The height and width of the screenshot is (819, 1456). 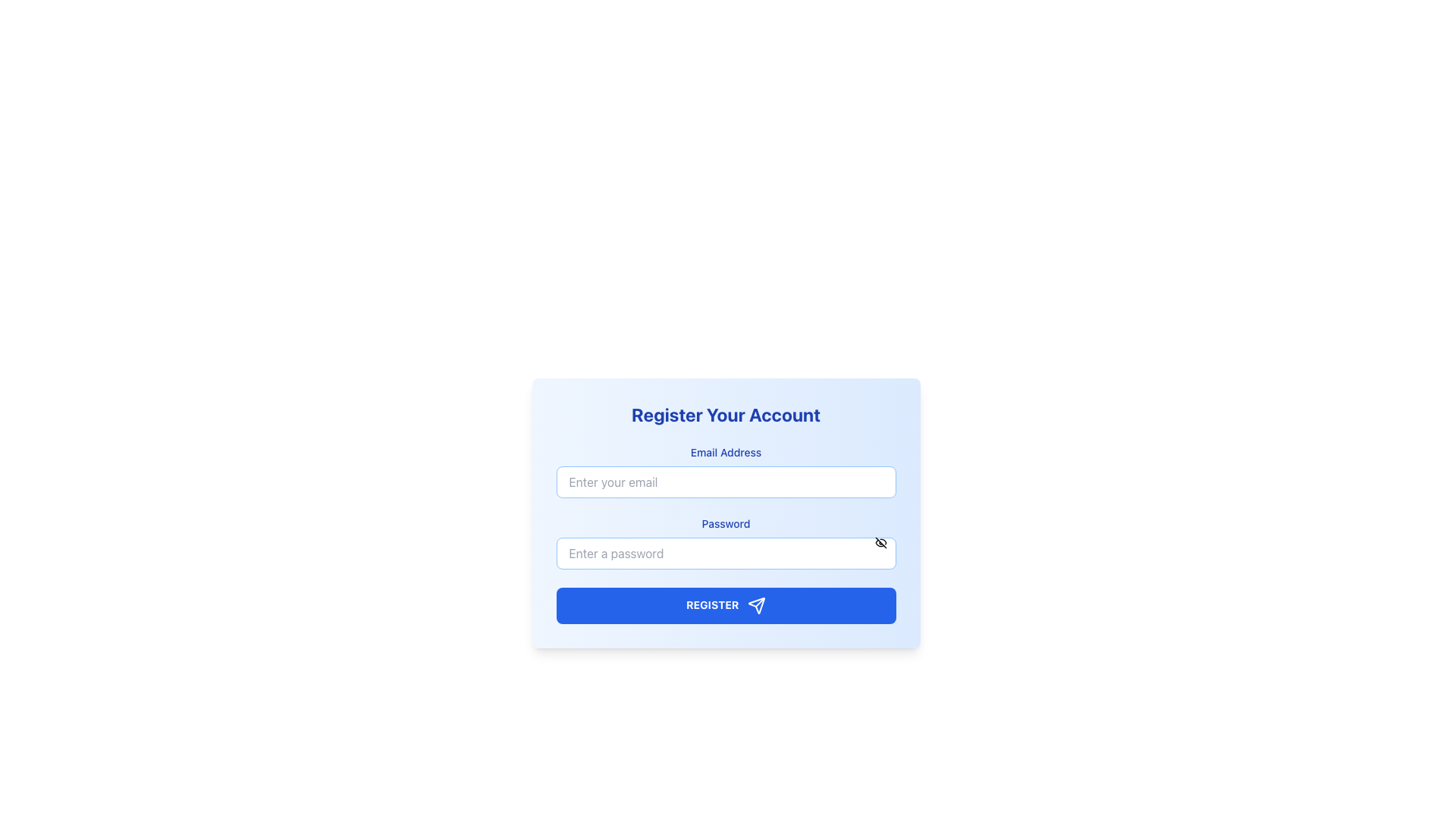 I want to click on the Password input field with visibility toggle button, so click(x=725, y=542).